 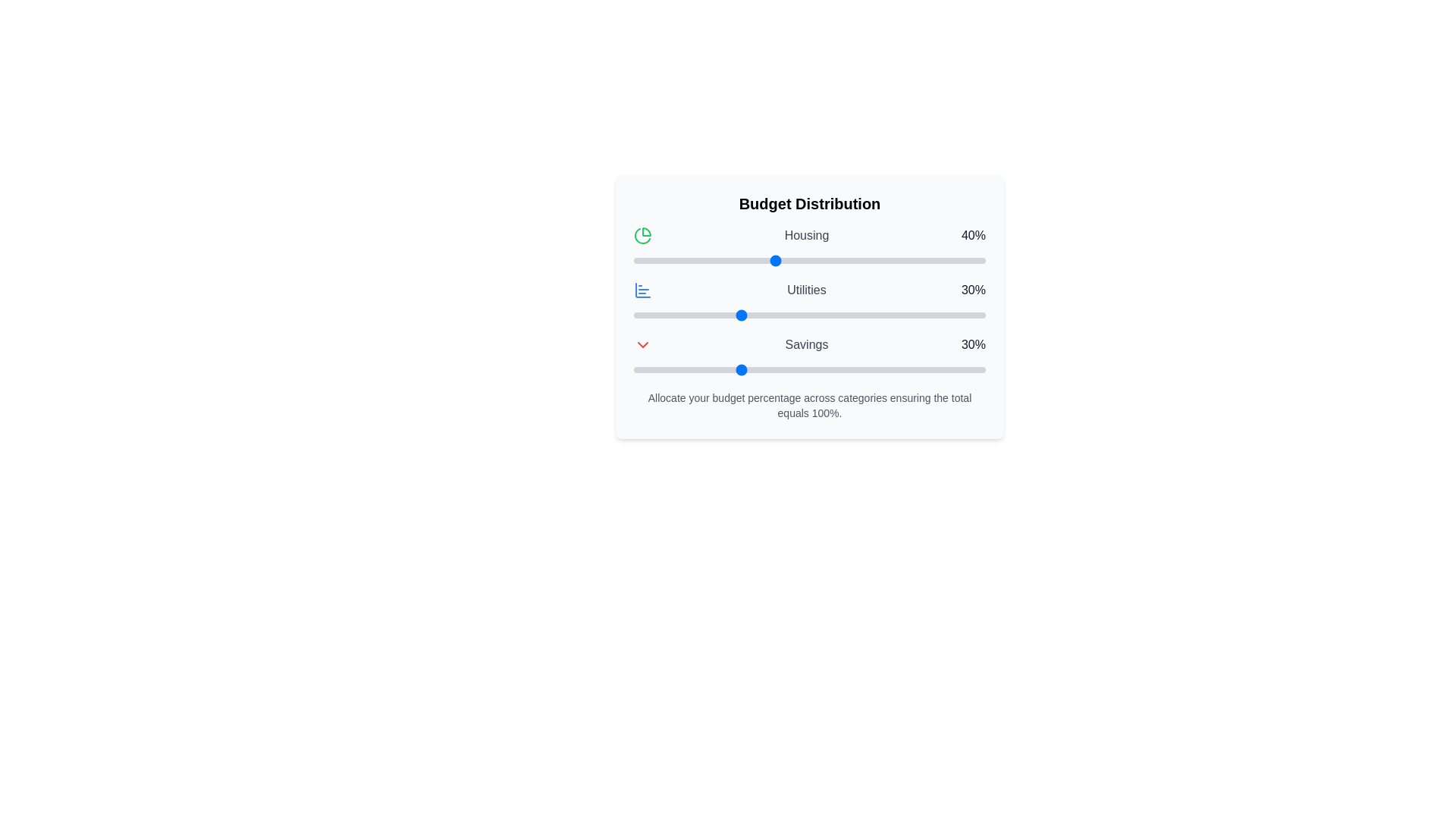 What do you see at coordinates (932, 315) in the screenshot?
I see `the slider value` at bounding box center [932, 315].